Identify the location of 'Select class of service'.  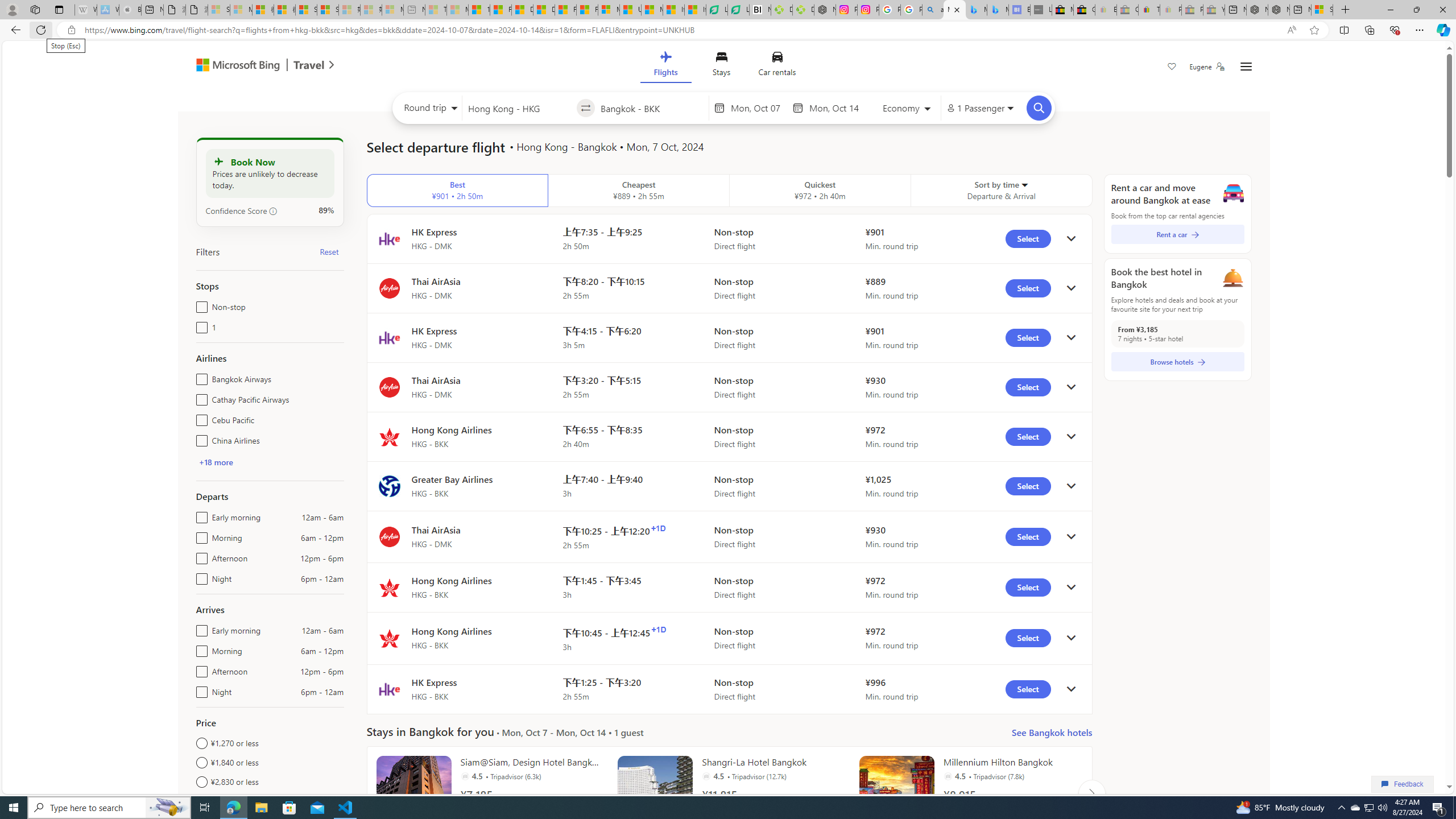
(906, 109).